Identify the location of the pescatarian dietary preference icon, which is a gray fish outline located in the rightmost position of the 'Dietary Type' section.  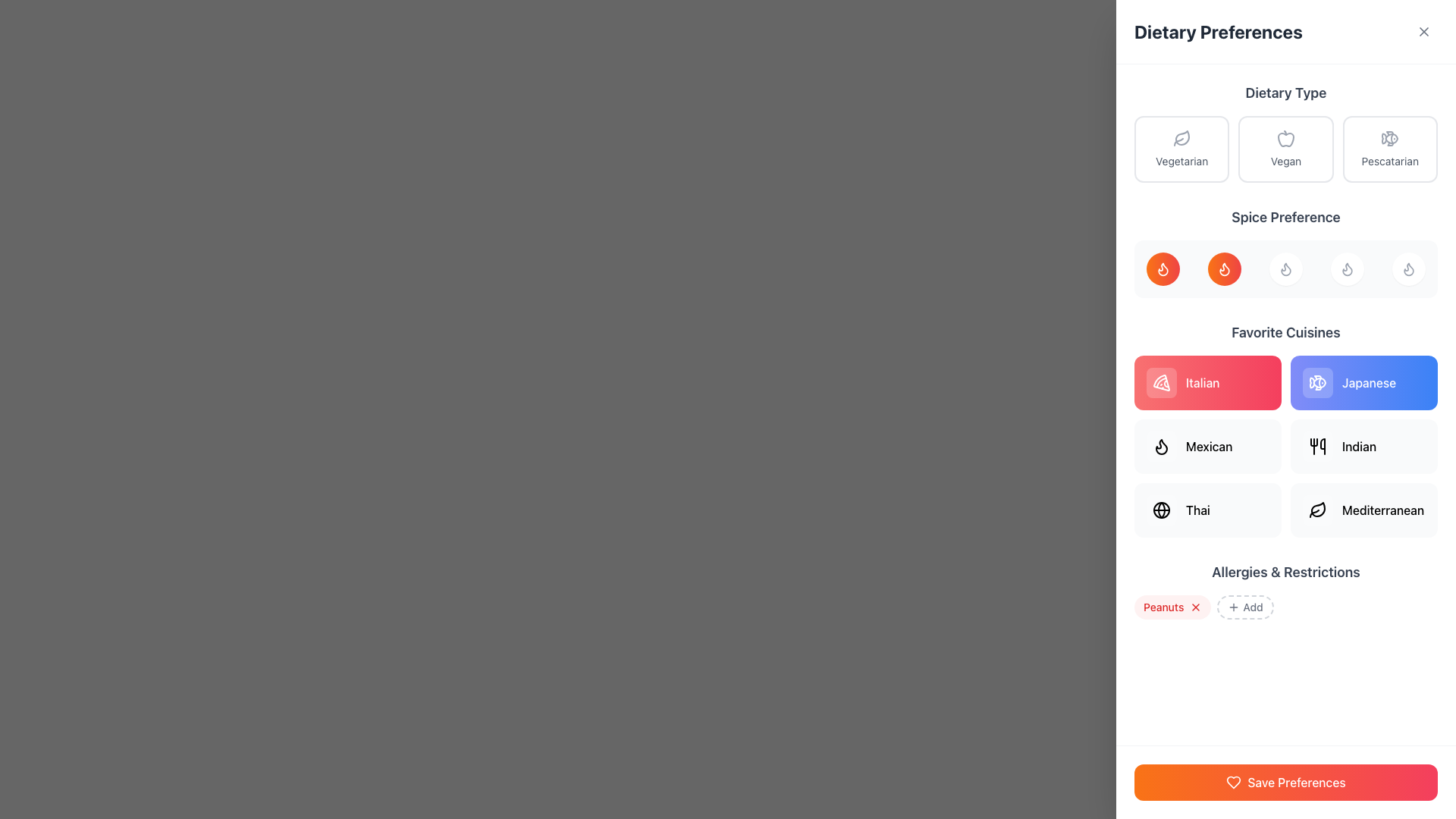
(1390, 138).